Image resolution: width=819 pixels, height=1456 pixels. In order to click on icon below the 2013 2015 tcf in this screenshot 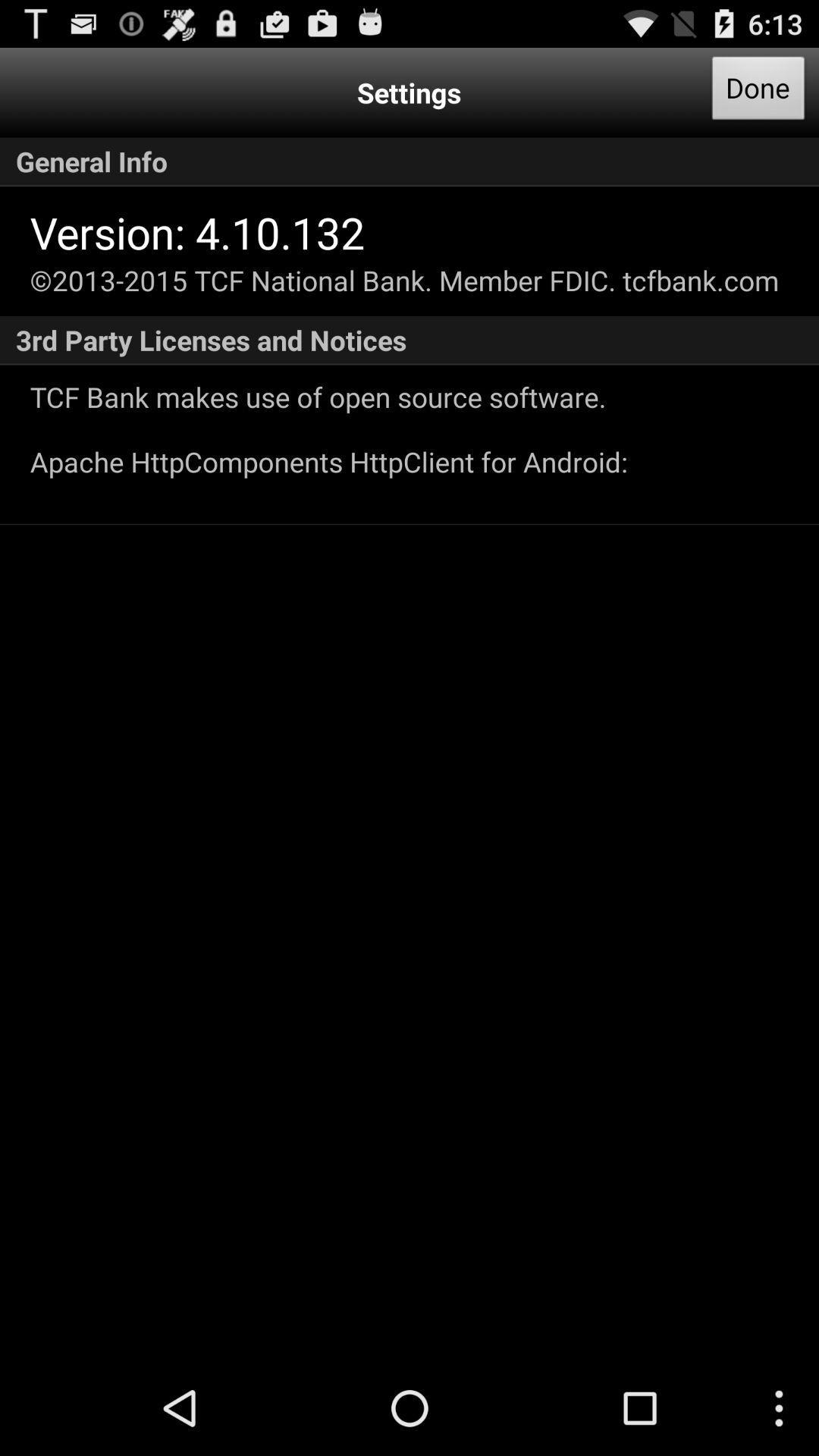, I will do `click(409, 340)`.